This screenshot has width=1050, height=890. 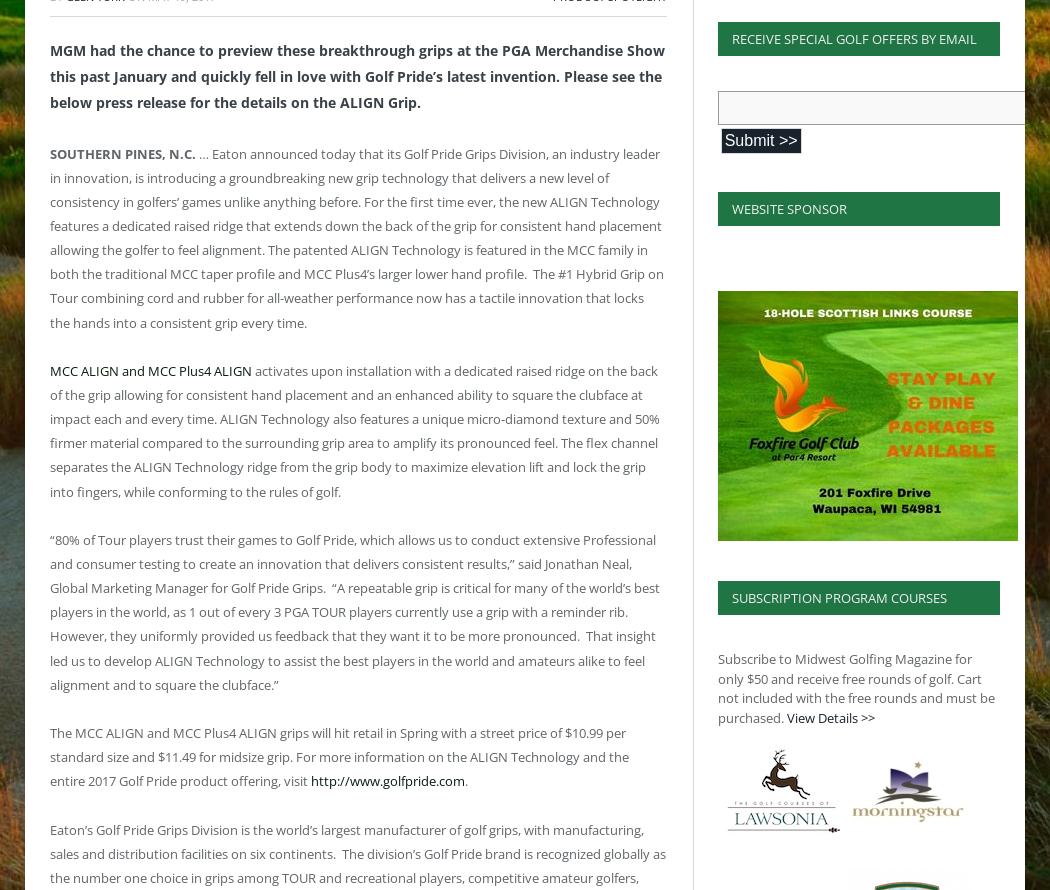 What do you see at coordinates (356, 236) in the screenshot?
I see `'… Eaton announced today that its Golf Pride Grips Division, an industry leader in innovation, is introducing a groundbreaking new grip technology that delivers a new level of consistency in golfers’ games unlike anything before. For the first time ever, the new ALIGN Technology features a dedicated raised ridge that extends down the back of the grip for consistent hand placement allowing the golfer to feel alignment. The patented ALIGN Technology is featured in the MCC family in both the traditional MCC taper profile and MCC Plus4’s larger lower hand profile.  The #1 Hybrid Grip on Tour combining cord and rubber for all-weather performance now has a tactile innovation that locks the hands into a consistent grip every time.'` at bounding box center [356, 236].